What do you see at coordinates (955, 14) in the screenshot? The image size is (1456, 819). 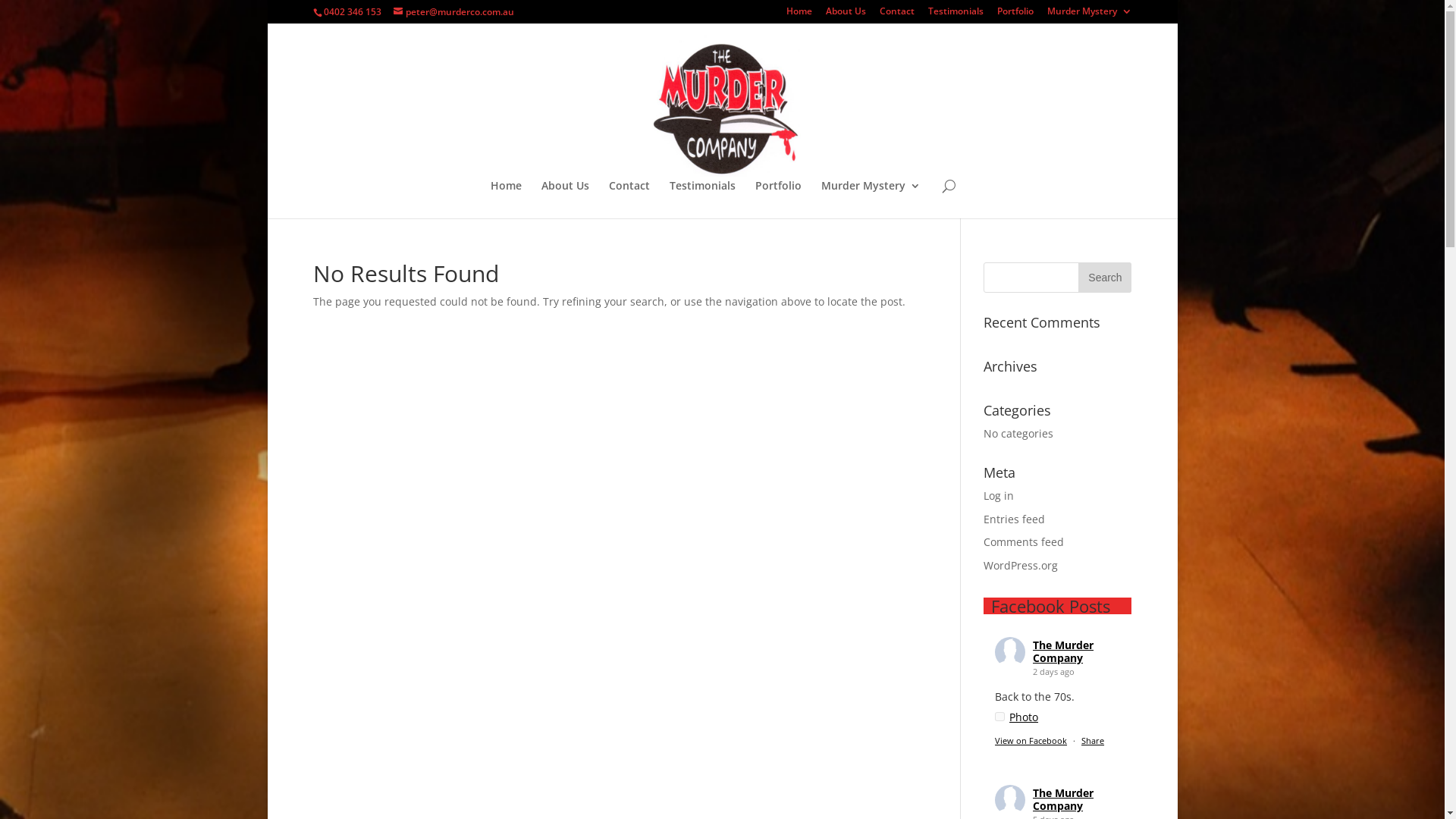 I see `'Testimonials'` at bounding box center [955, 14].